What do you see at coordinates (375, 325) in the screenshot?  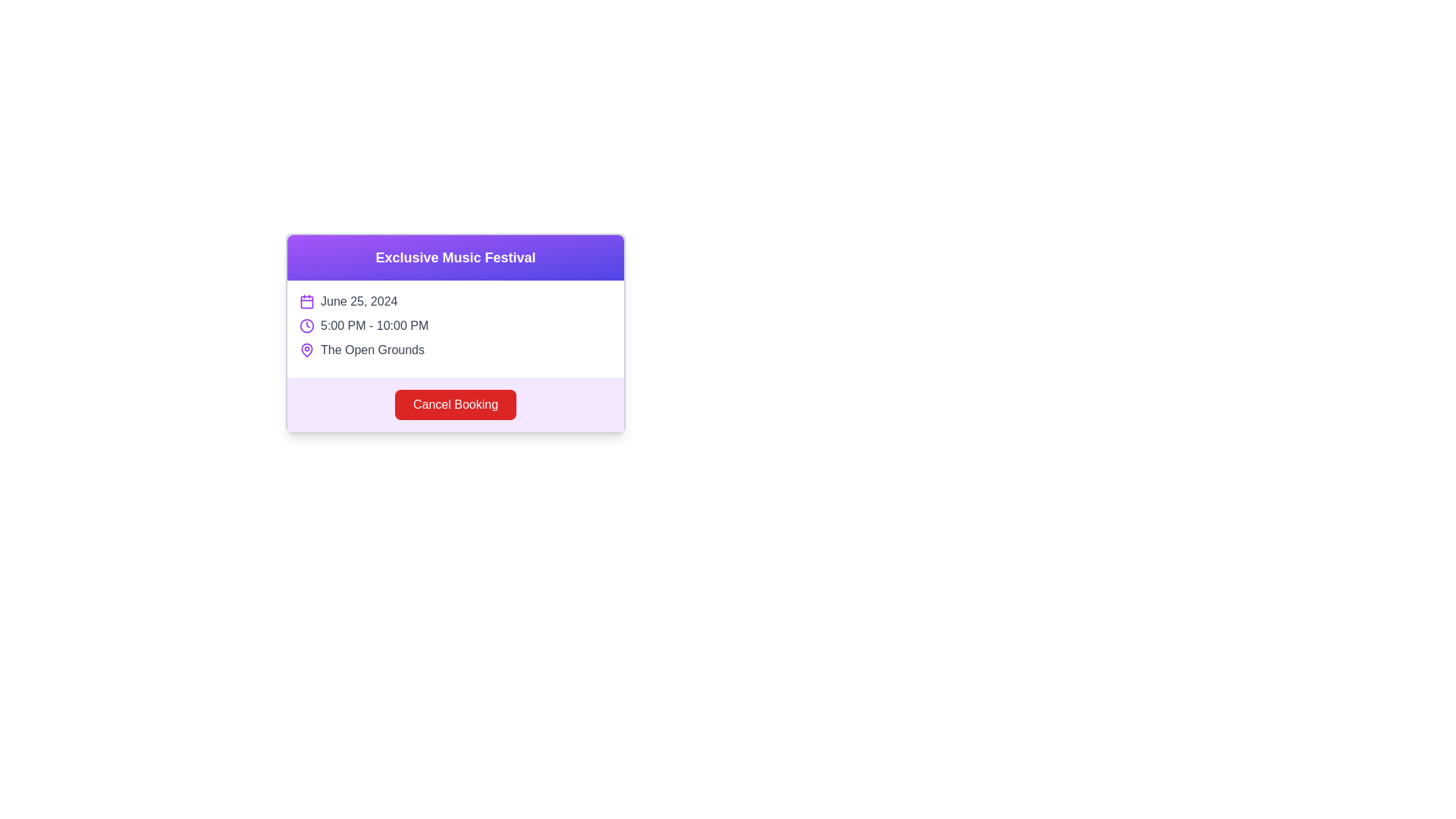 I see `displayed text '5:00 PM - 10:00 PM' from the Text Label located directly to the right of a purple clock icon and below 'June 25, 2024'` at bounding box center [375, 325].